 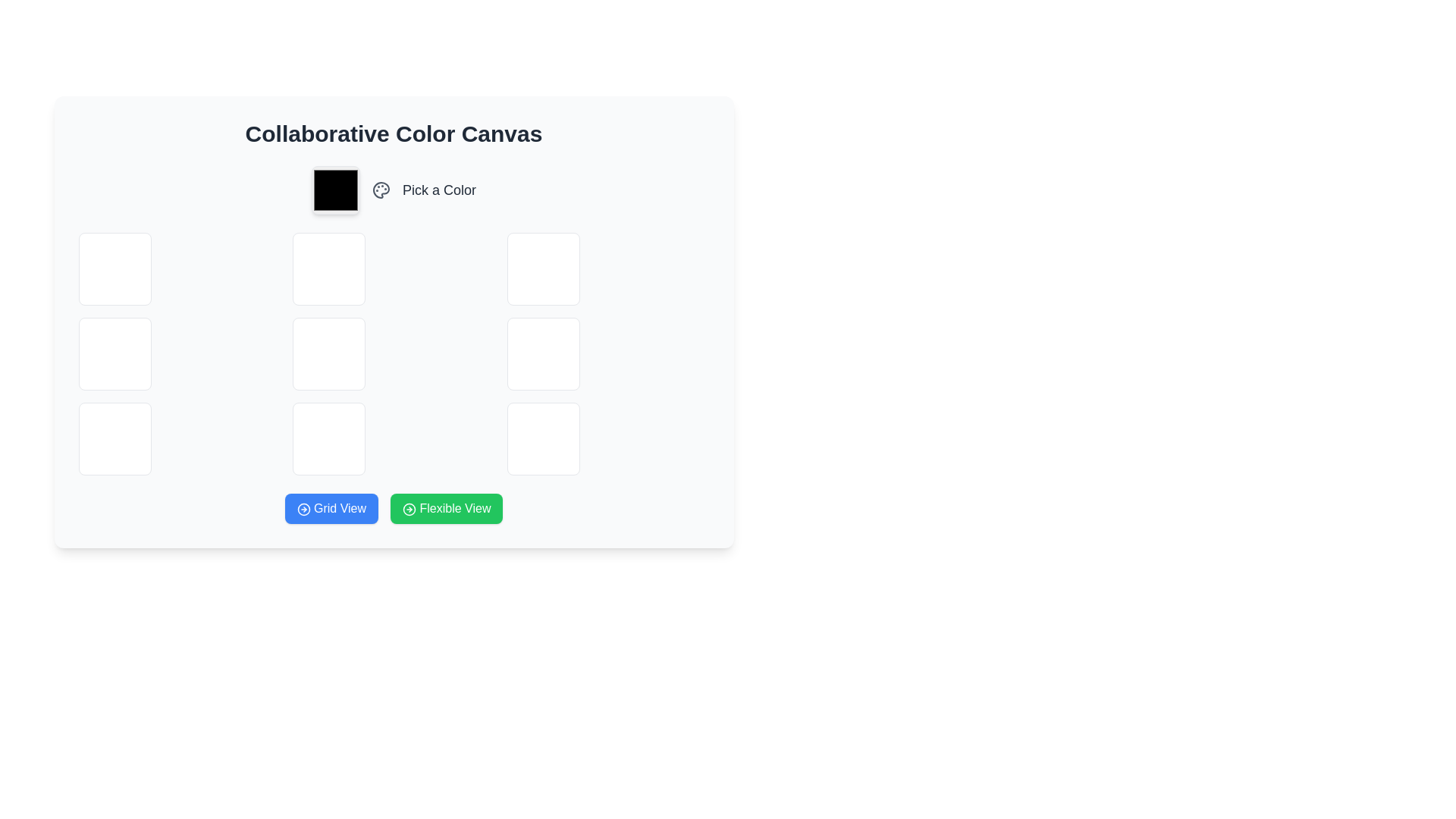 What do you see at coordinates (543, 438) in the screenshot?
I see `the grid cell component located` at bounding box center [543, 438].